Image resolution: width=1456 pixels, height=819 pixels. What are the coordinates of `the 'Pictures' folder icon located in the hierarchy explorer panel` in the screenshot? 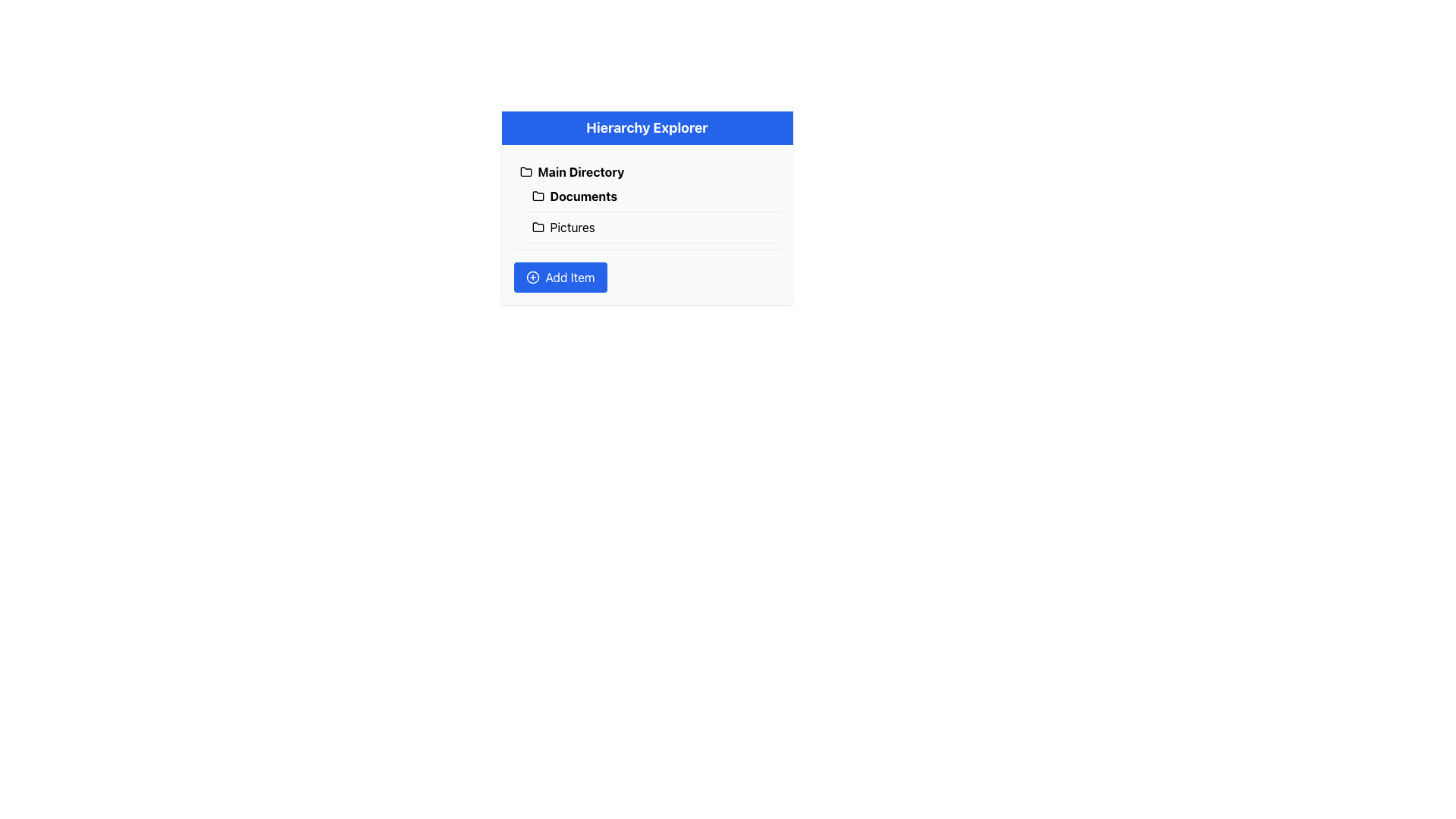 It's located at (538, 227).